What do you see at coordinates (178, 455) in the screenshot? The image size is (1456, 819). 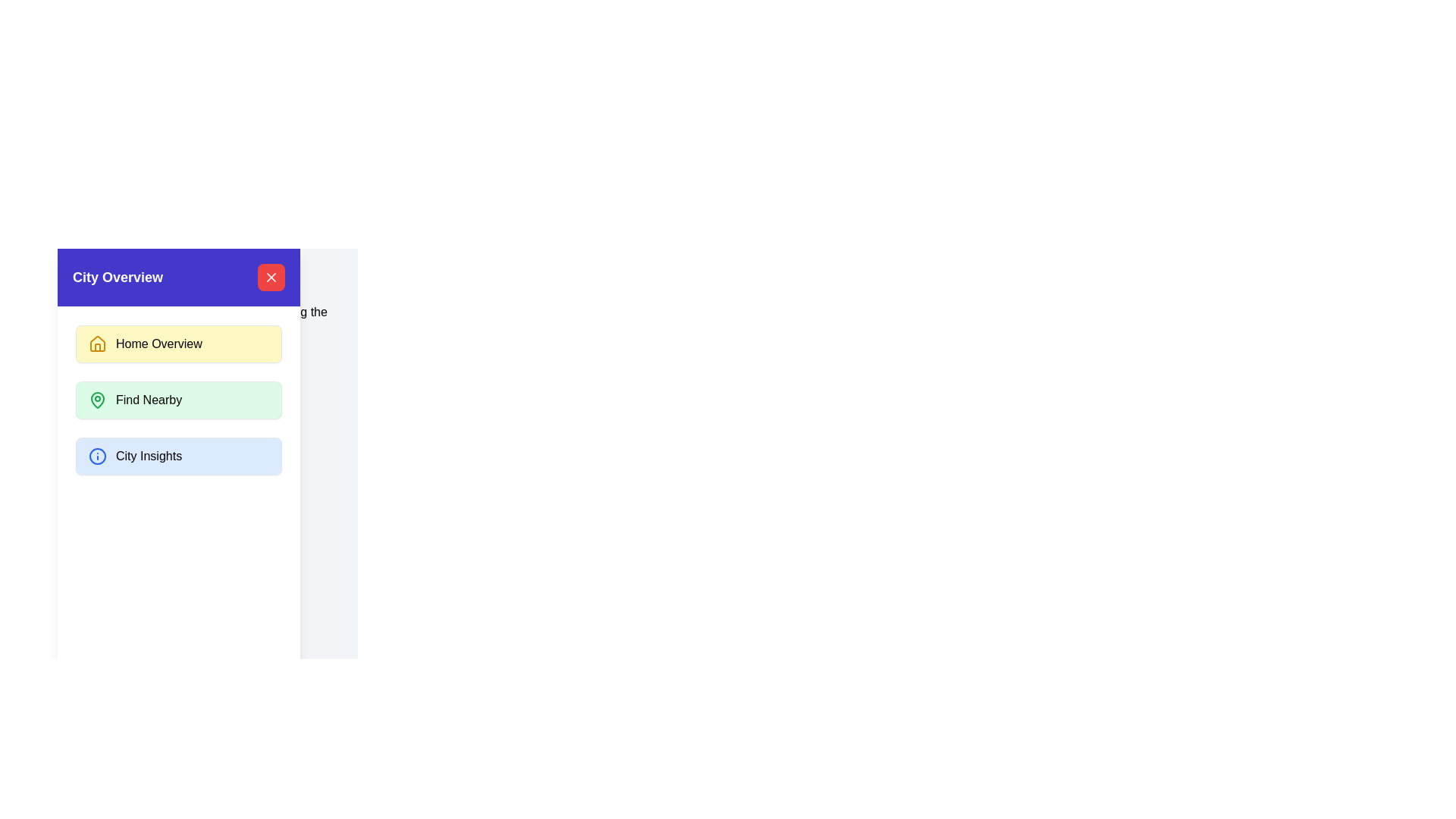 I see `the menu item City Insights` at bounding box center [178, 455].